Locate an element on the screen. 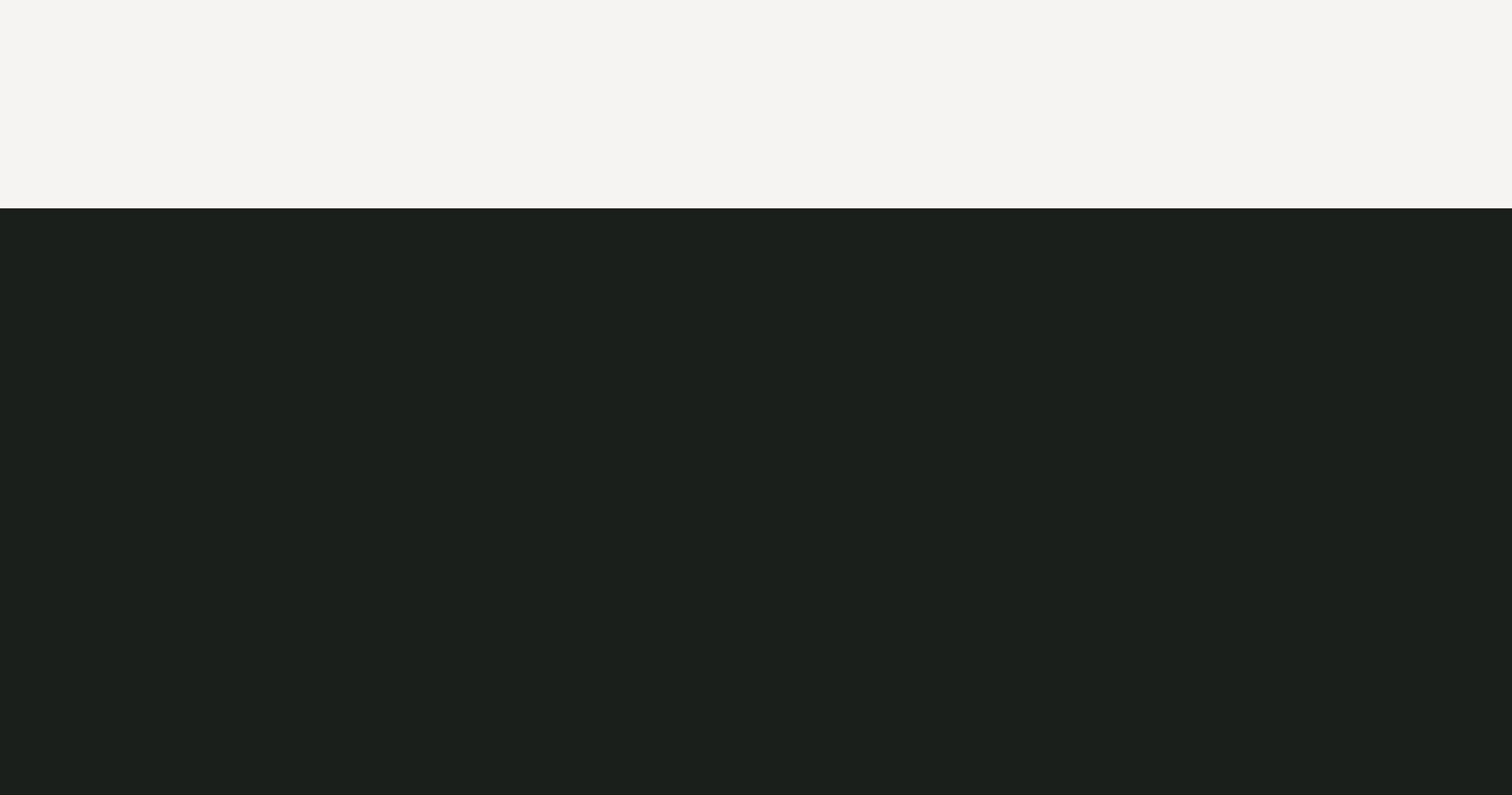  'gäller.' is located at coordinates (687, 650).